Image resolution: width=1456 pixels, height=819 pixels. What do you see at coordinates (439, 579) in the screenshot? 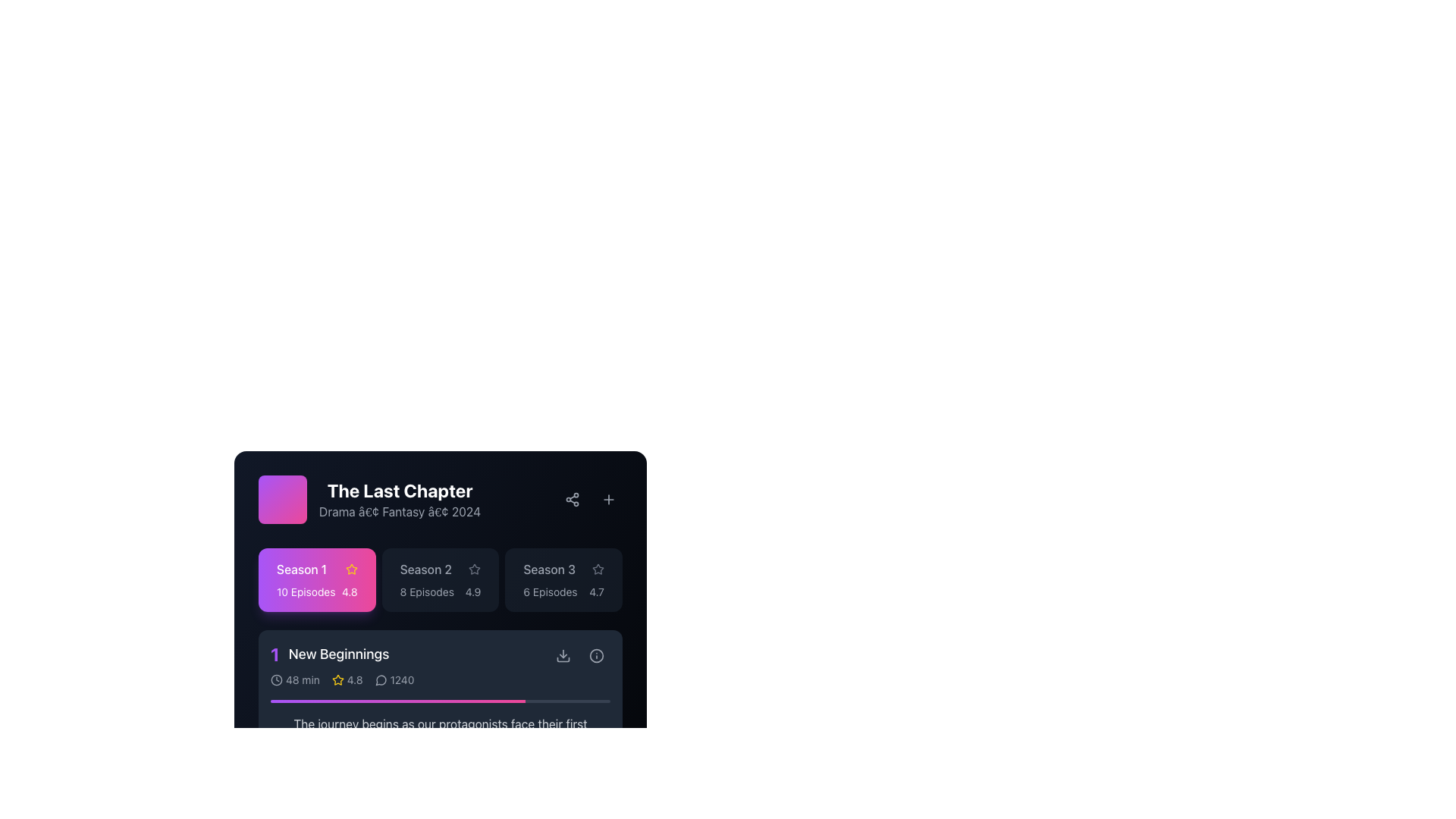
I see `the 'Season 2' selection button in the series overview interface to switch the displayed content to episodes and information related to Season 2` at bounding box center [439, 579].